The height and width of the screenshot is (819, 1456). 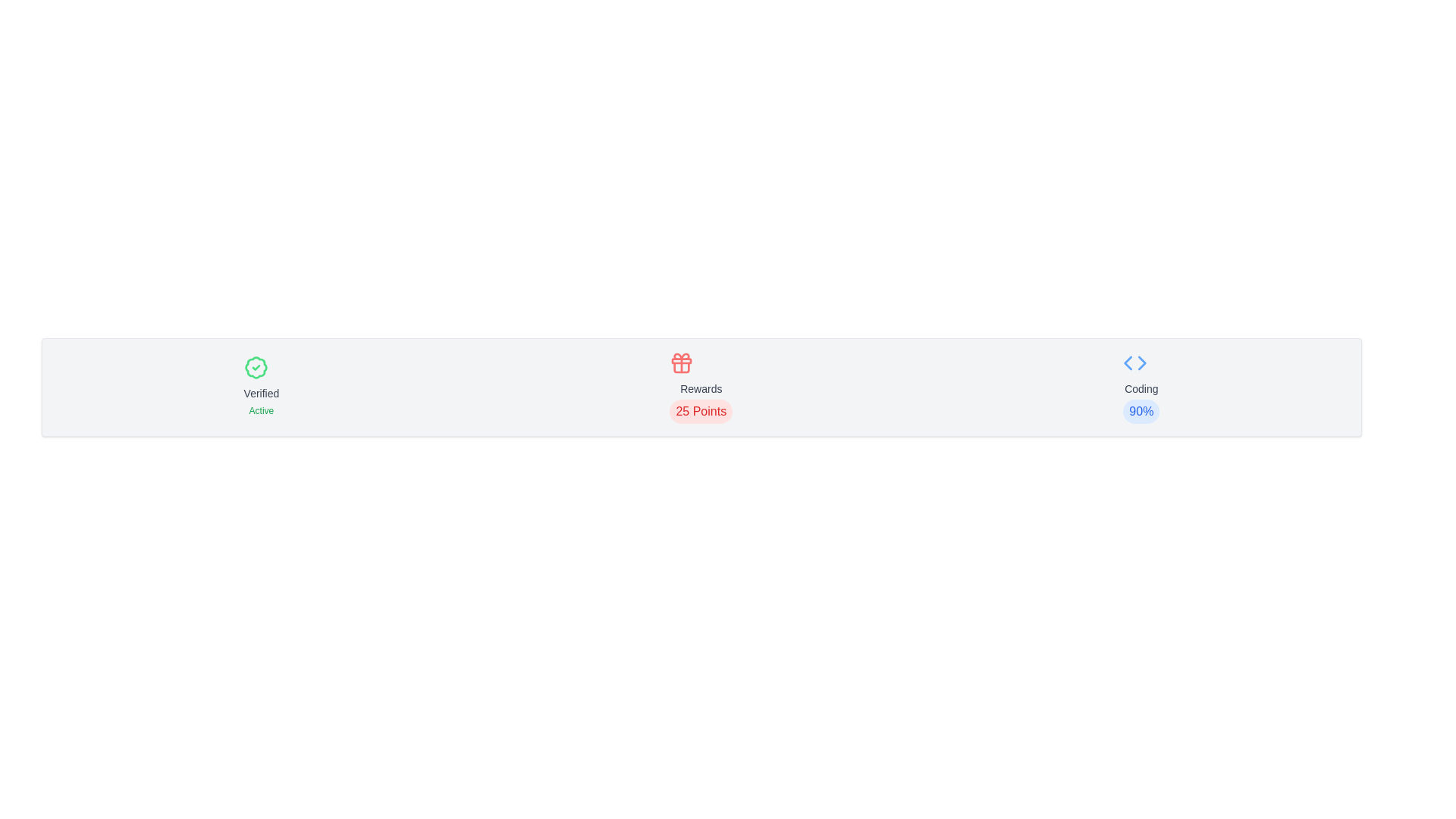 I want to click on displayed points value on the Text badge located beneath the 'Rewards' text and above the gift icon, so click(x=700, y=412).